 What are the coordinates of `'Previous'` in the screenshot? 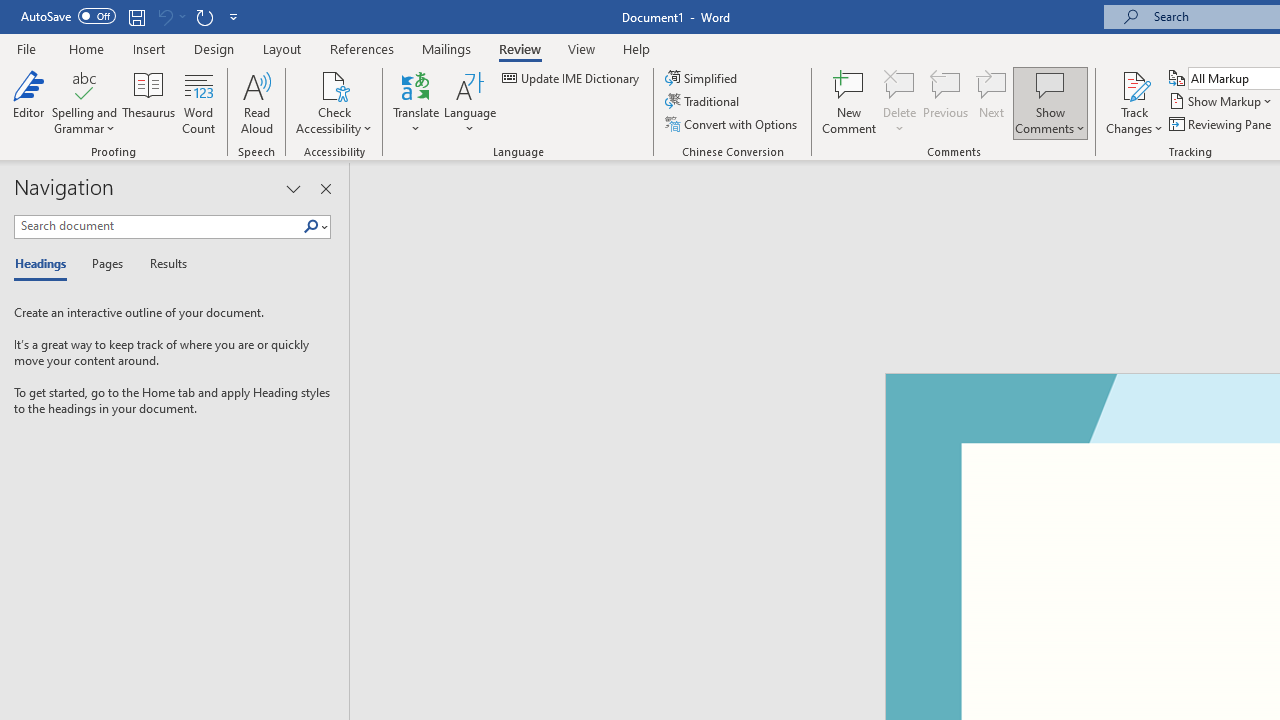 It's located at (945, 103).